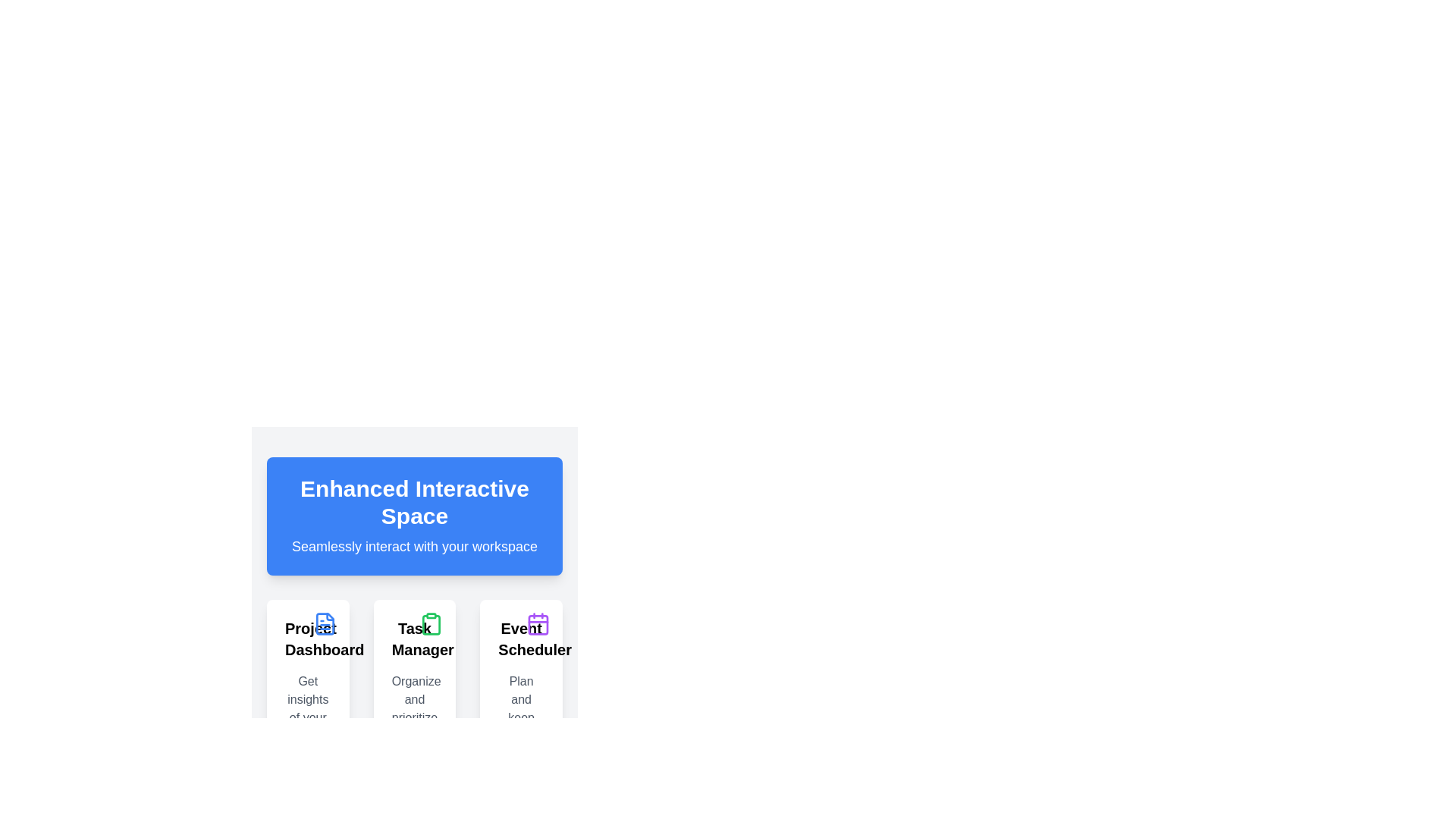 This screenshot has width=1456, height=819. Describe the element at coordinates (415, 516) in the screenshot. I see `the Informational Card at the top center of the interface, which serves as a header or feature highlight for enhanced workspace interactivity` at that location.